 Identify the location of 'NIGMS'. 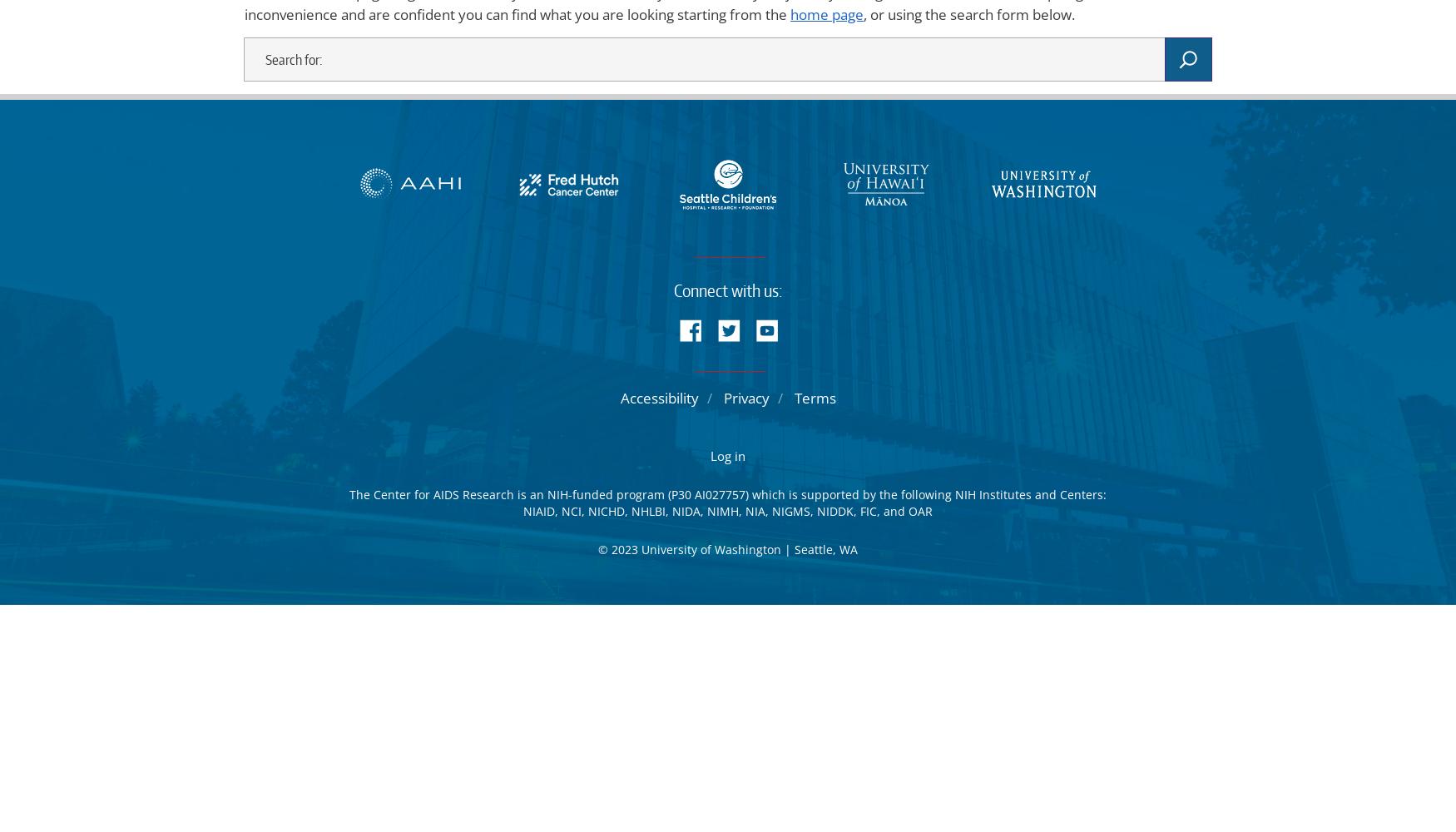
(790, 509).